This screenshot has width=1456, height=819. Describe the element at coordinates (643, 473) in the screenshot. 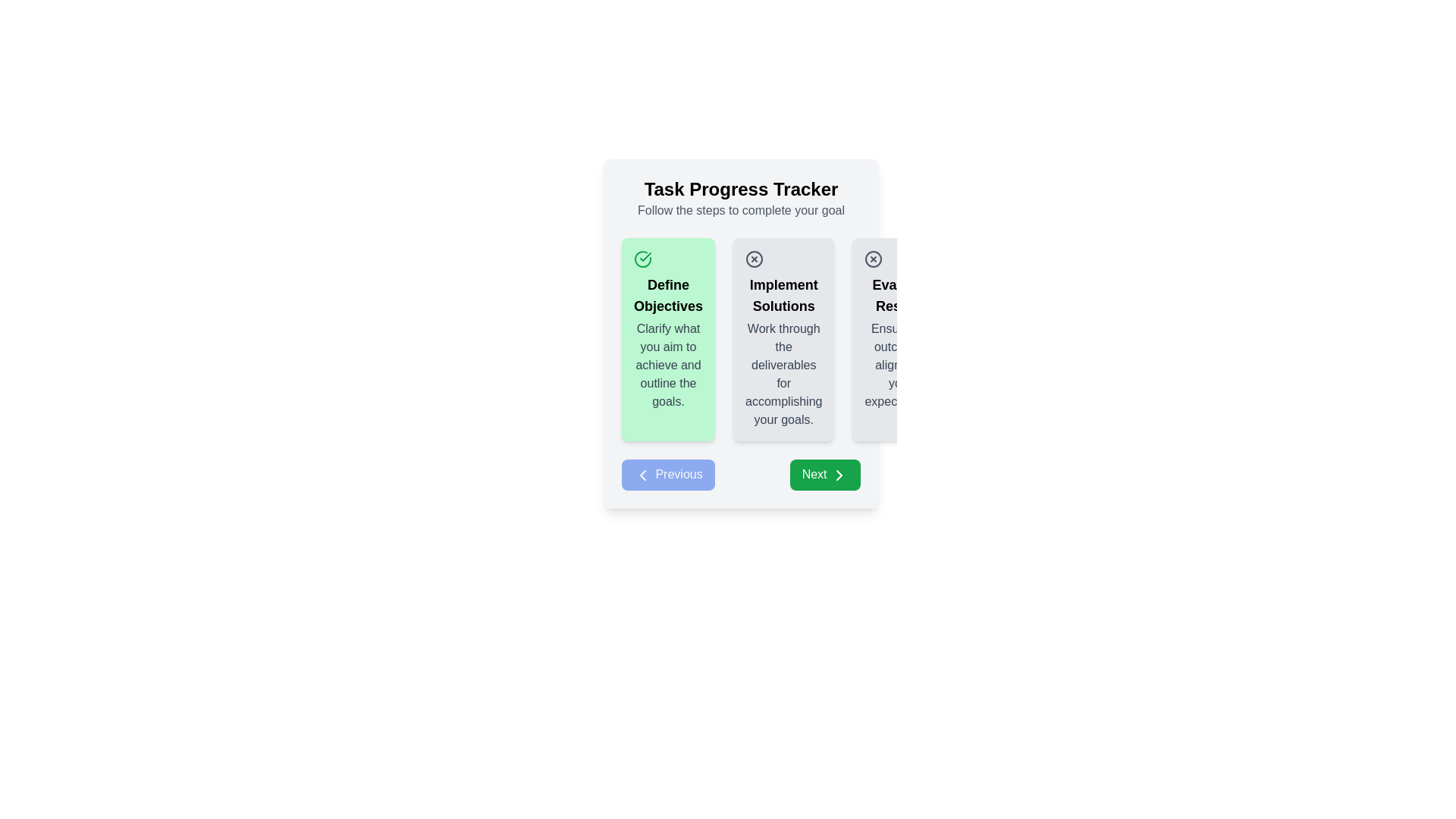

I see `the previous step navigation icon located near the left boundary of the second panel in the bottom row, adjacent to the 'Next' button` at that location.